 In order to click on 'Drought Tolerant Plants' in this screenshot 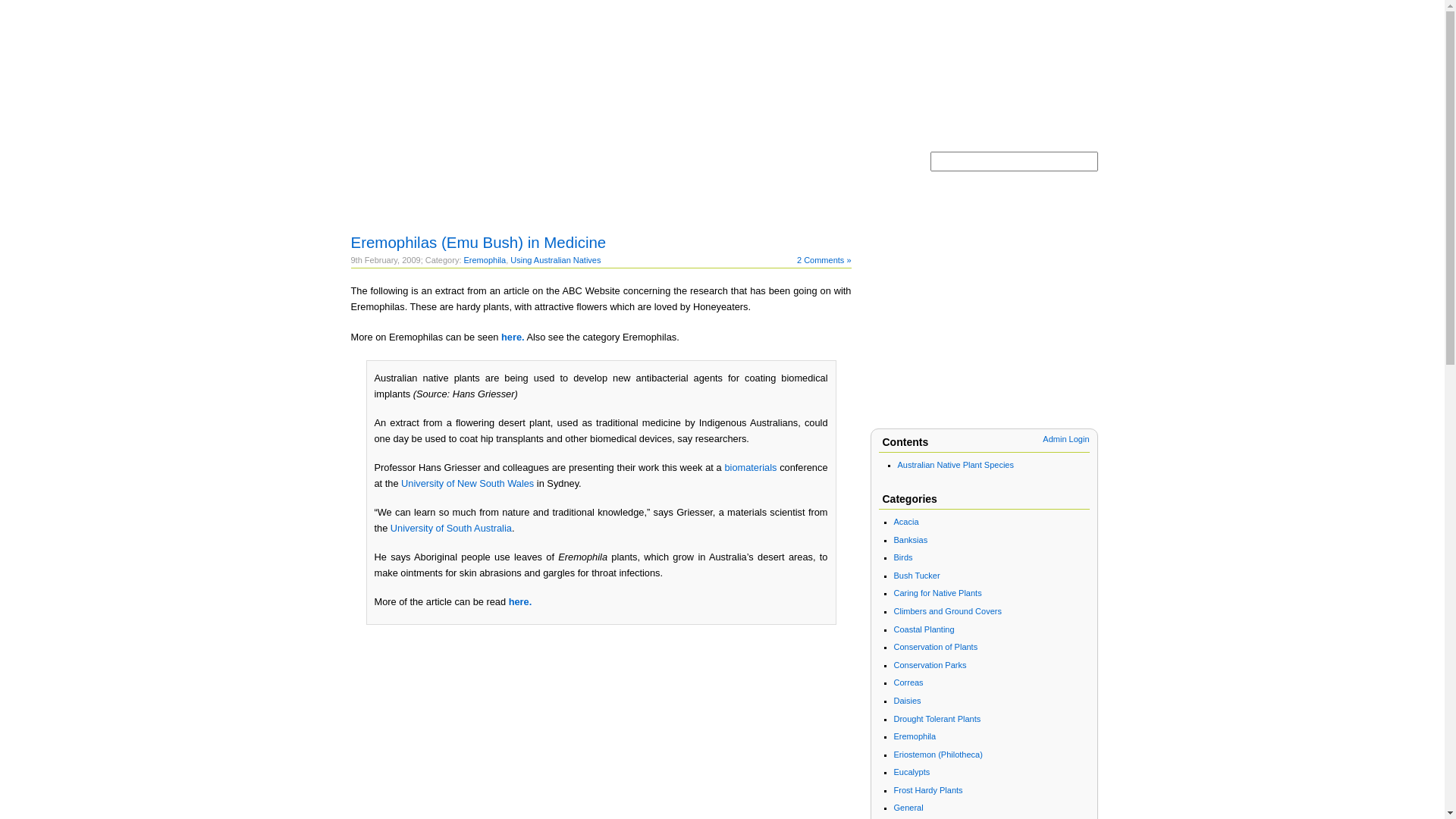, I will do `click(936, 718)`.